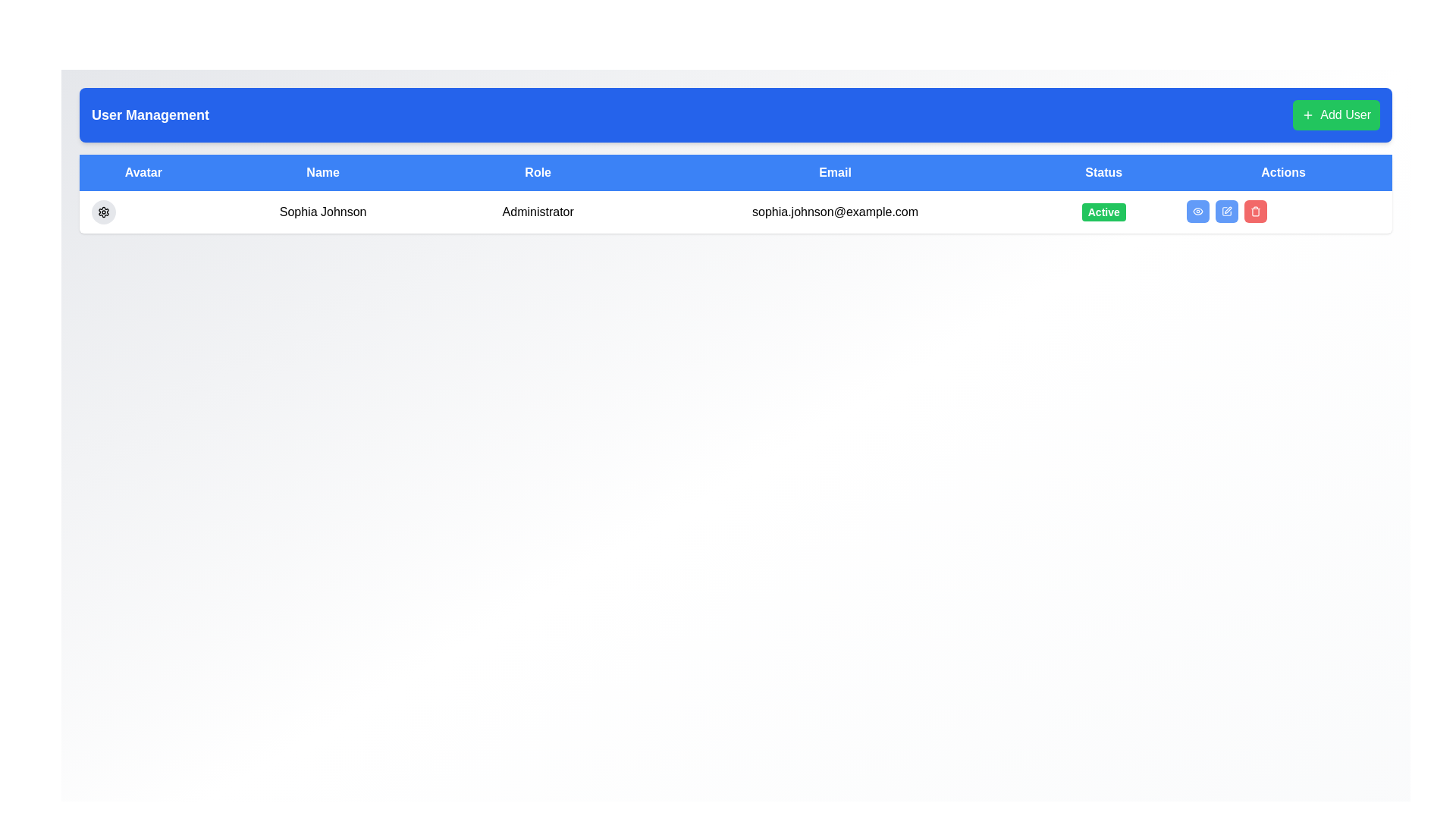 Image resolution: width=1456 pixels, height=819 pixels. I want to click on the green rectangular 'Active' status badge located in the 'Status' column of the row labeled 'Sophia Johnson', so click(1103, 212).